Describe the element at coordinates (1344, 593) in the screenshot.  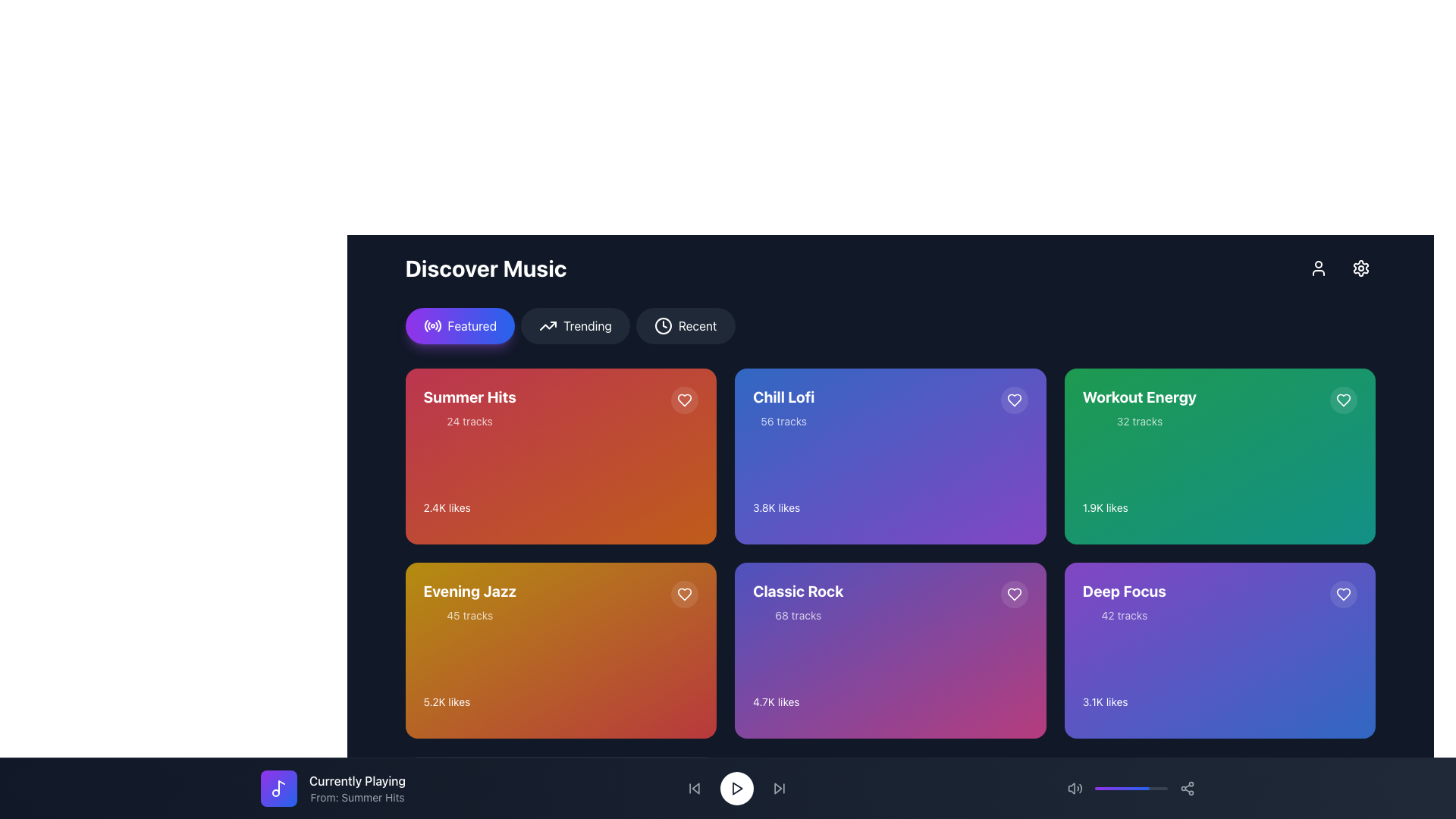
I see `the circular heart-shaped button in the top-right corner of the 'Deep Focus' card` at that location.